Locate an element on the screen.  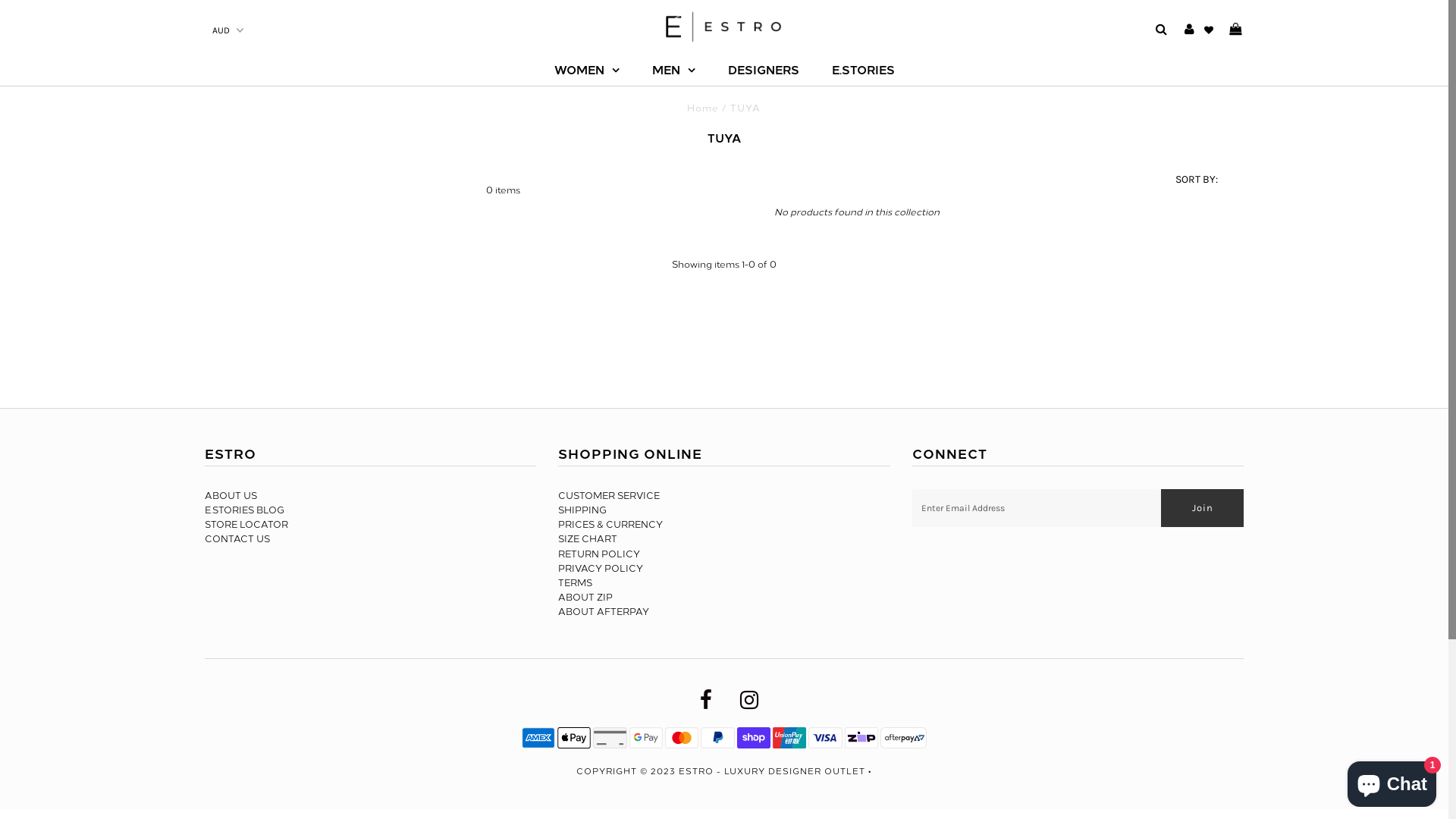
'Shopify online store chat' is located at coordinates (1392, 780).